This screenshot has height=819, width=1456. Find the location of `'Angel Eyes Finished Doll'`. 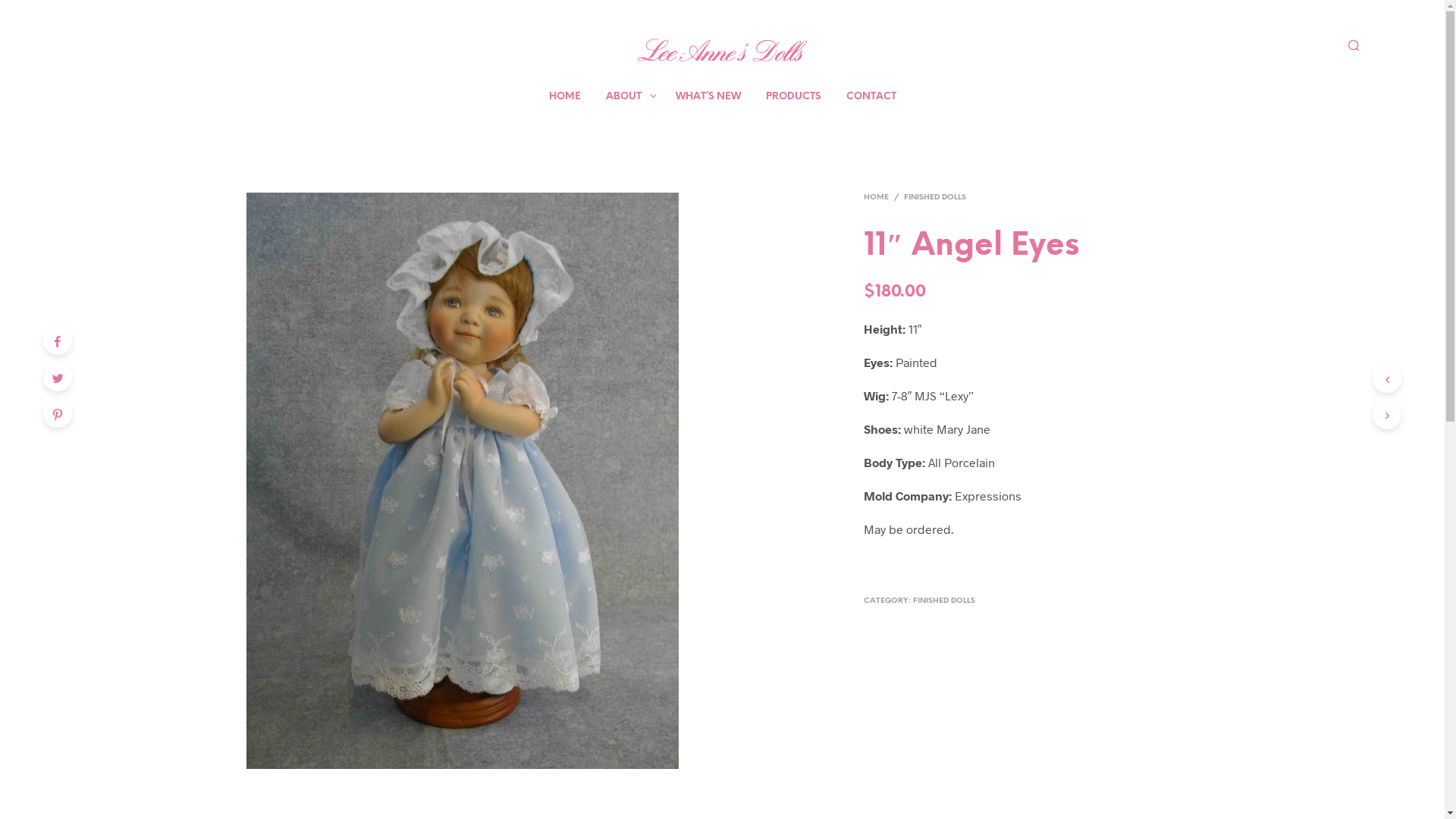

'Angel Eyes Finished Doll' is located at coordinates (461, 480).